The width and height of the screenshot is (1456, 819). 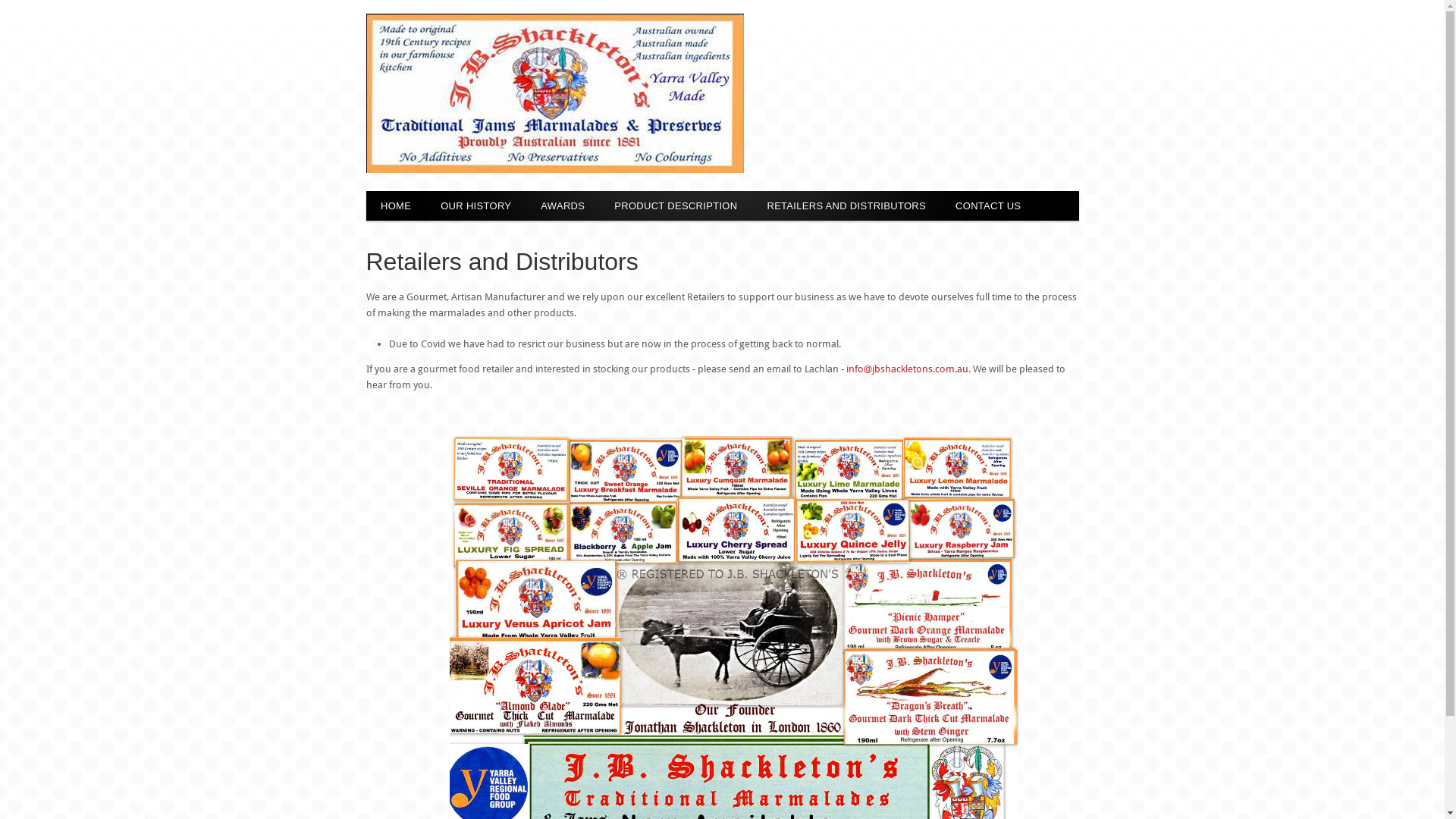 What do you see at coordinates (988, 206) in the screenshot?
I see `'CONTACT US'` at bounding box center [988, 206].